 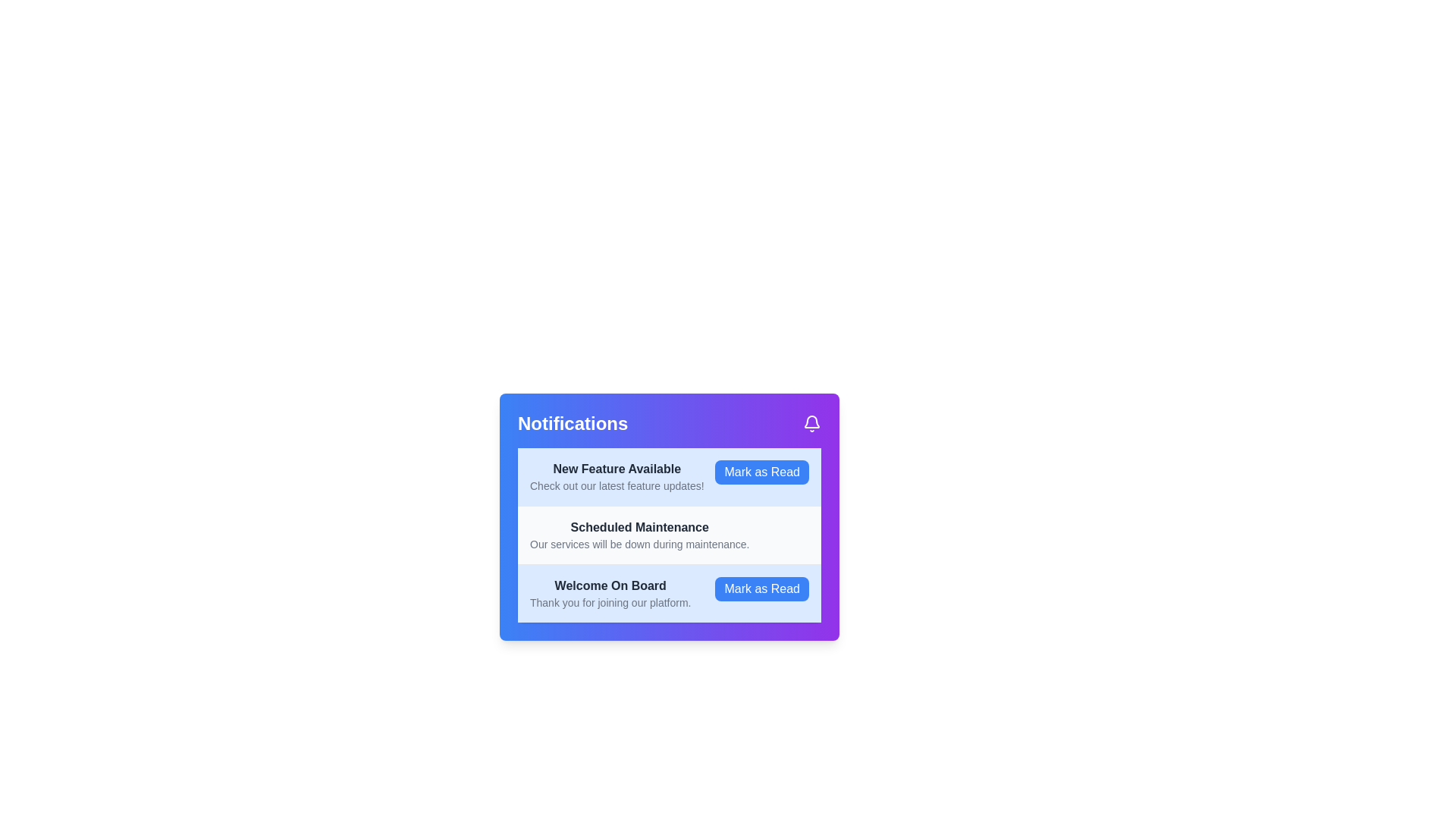 What do you see at coordinates (617, 468) in the screenshot?
I see `bold text 'New Feature Available' located at the top of the notification card, styled in dark gray on a blue-white background` at bounding box center [617, 468].